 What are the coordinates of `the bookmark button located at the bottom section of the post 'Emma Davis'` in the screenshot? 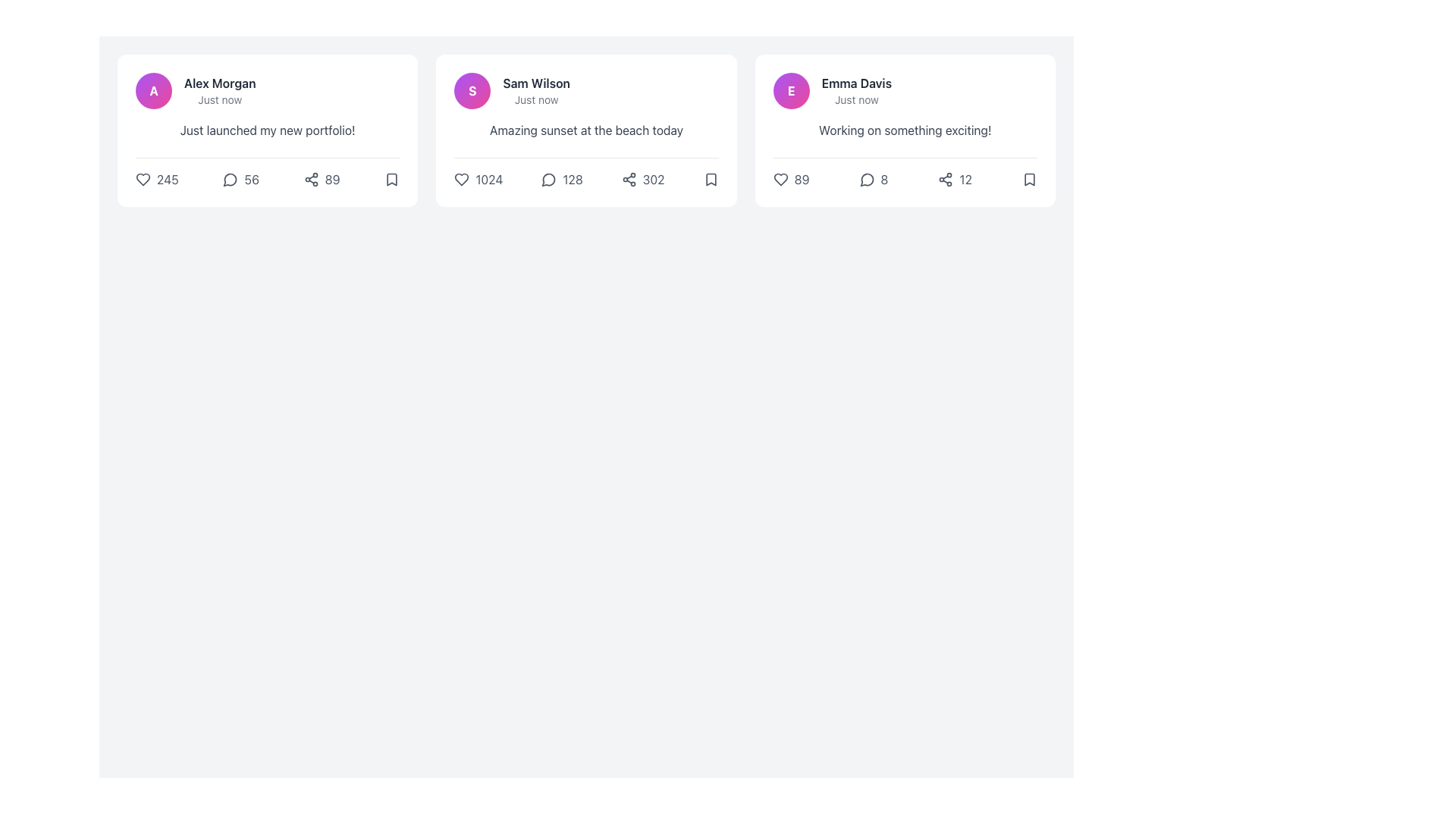 It's located at (1030, 178).